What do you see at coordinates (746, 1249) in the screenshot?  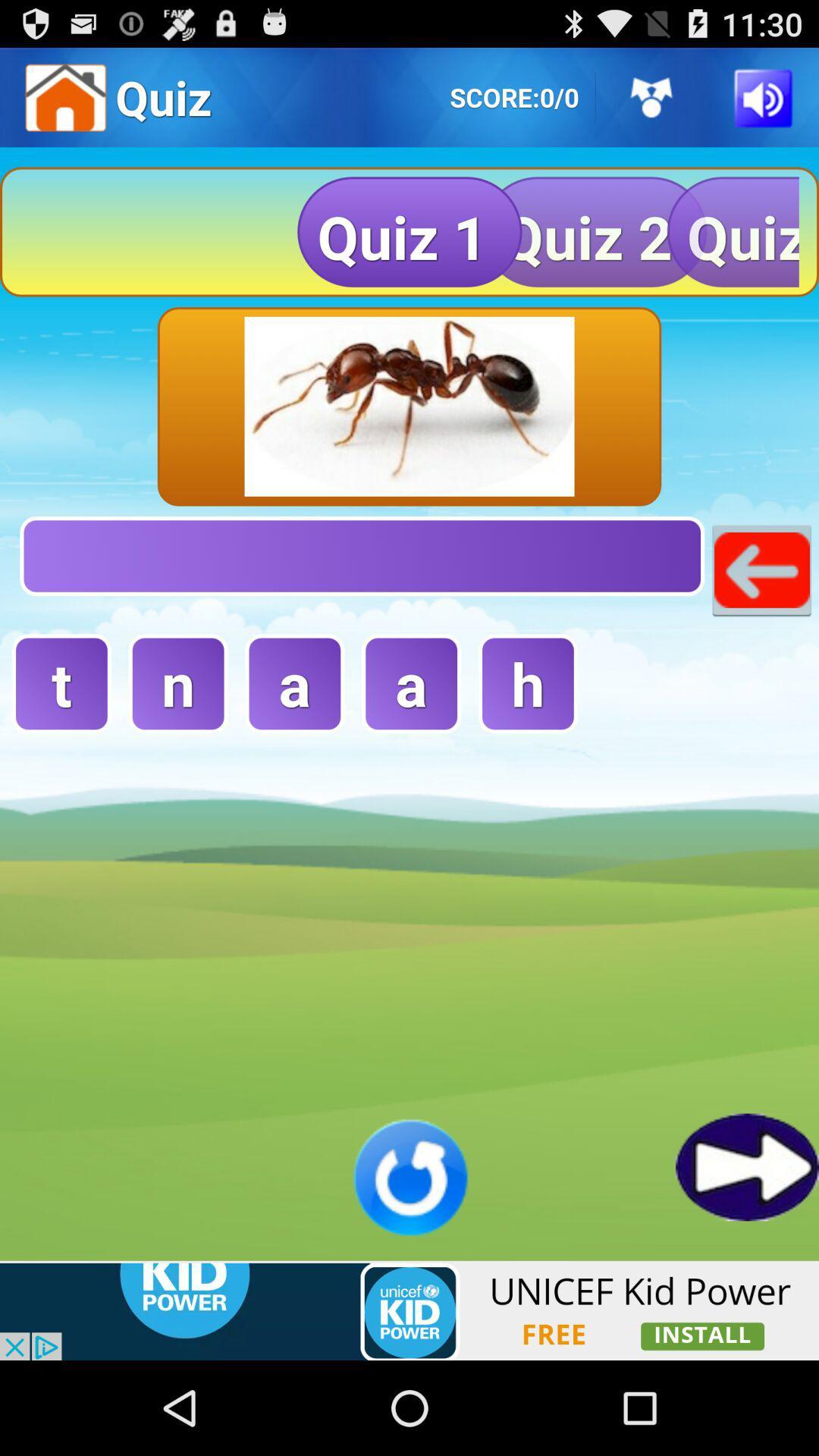 I see `the arrow_forward icon` at bounding box center [746, 1249].